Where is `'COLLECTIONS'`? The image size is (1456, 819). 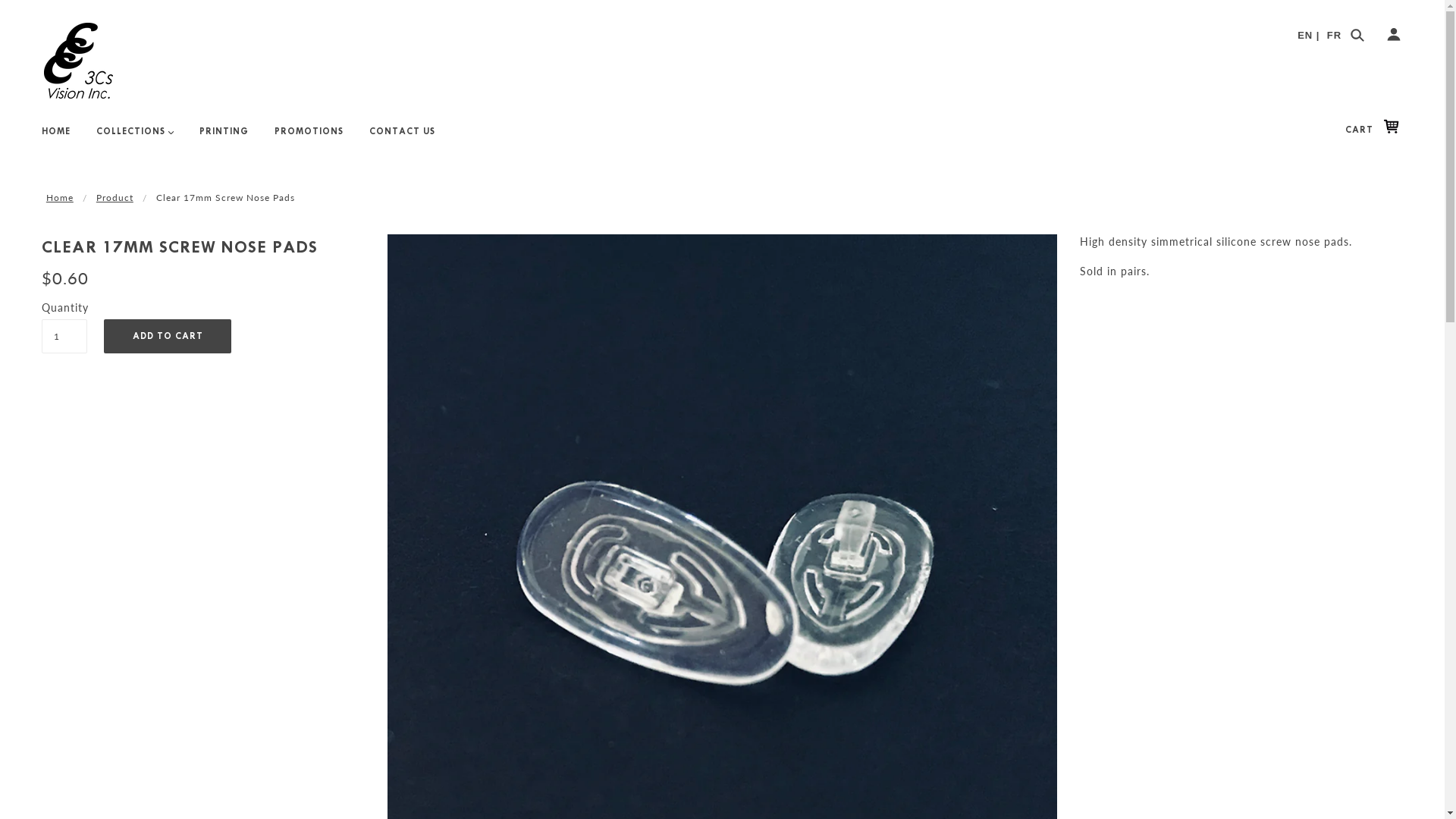
'COLLECTIONS' is located at coordinates (134, 137).